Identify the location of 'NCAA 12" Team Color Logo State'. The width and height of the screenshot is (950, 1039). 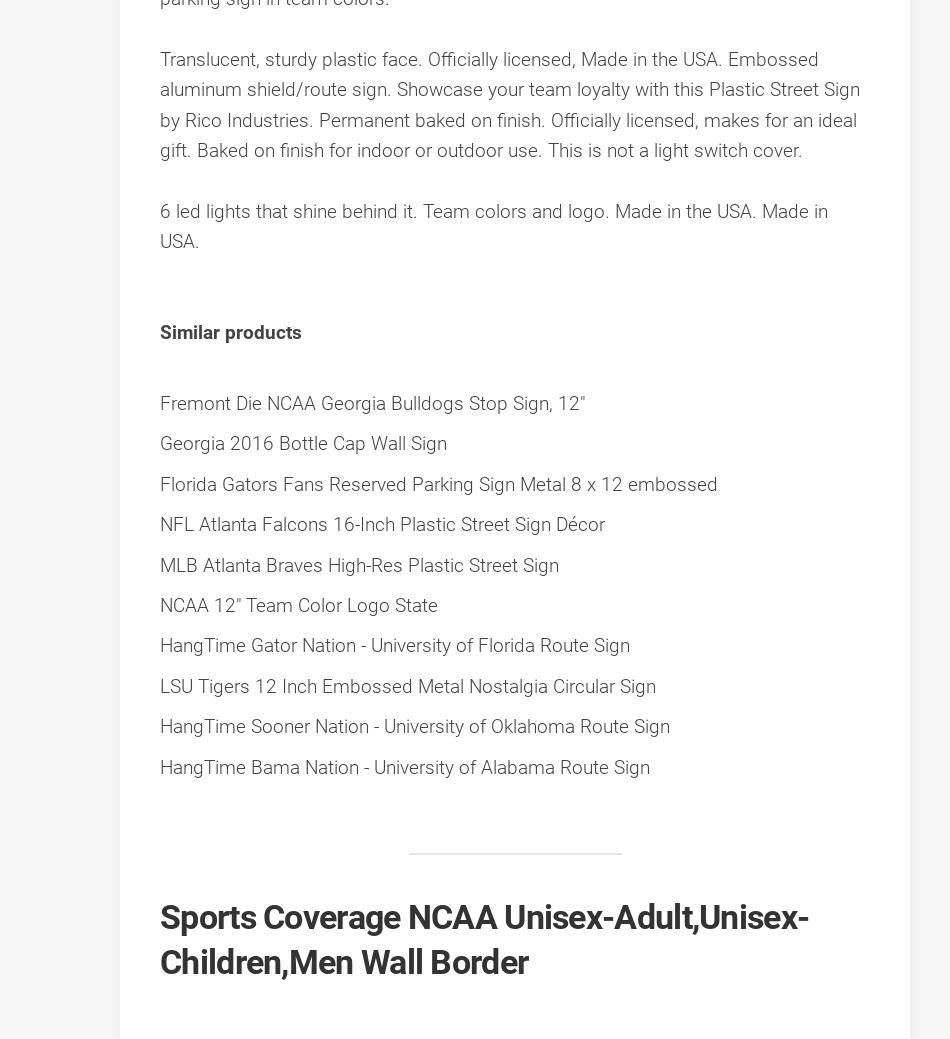
(297, 604).